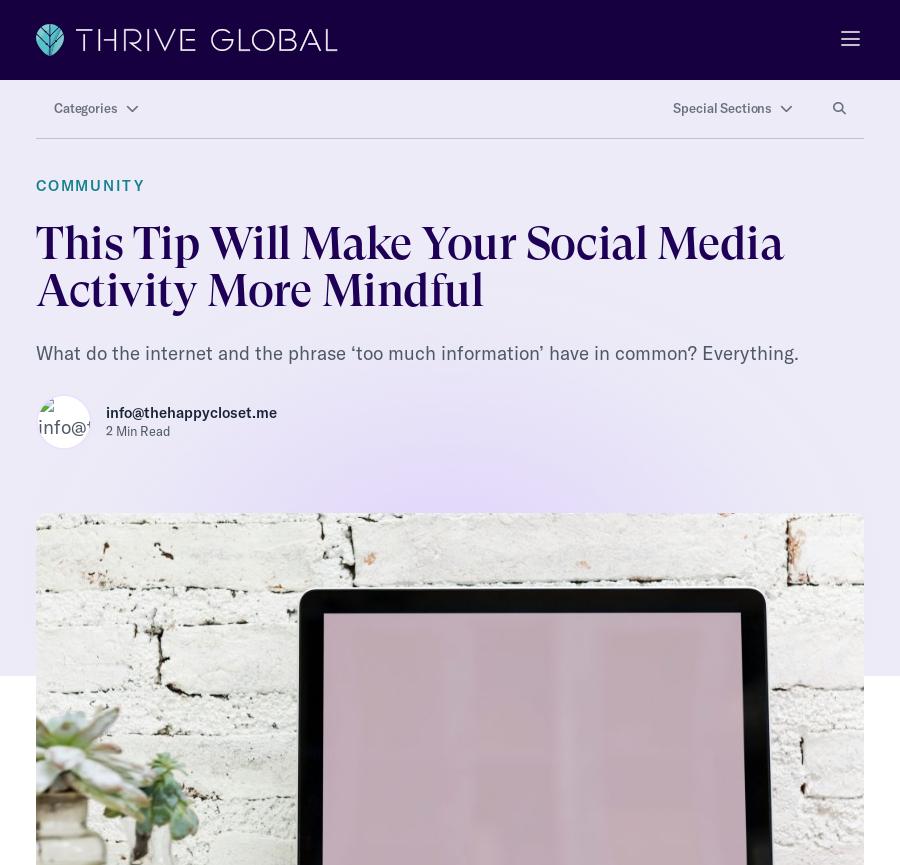 The image size is (900, 865). What do you see at coordinates (63, 810) in the screenshot?
I see `'Careers'` at bounding box center [63, 810].